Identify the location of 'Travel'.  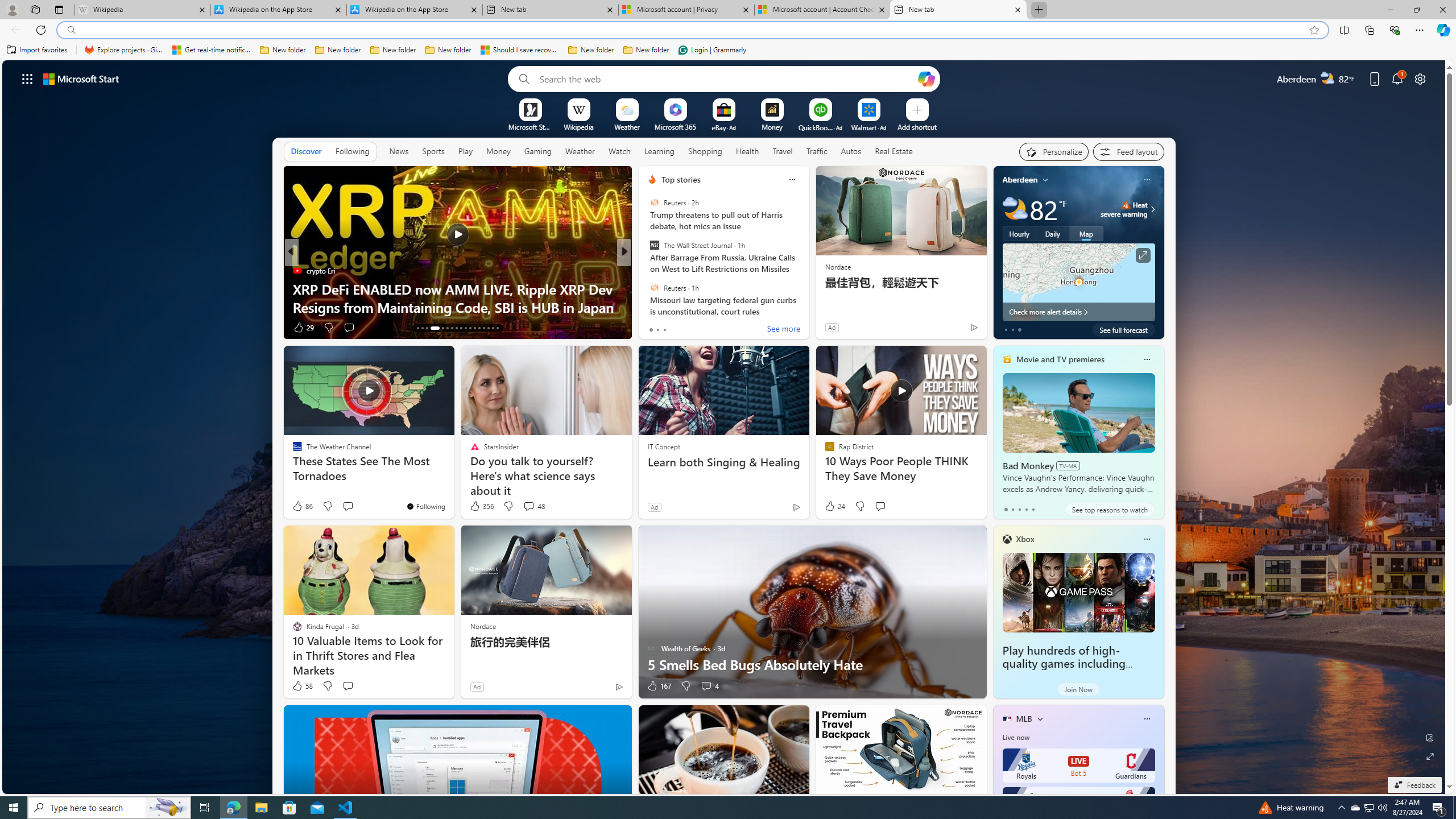
(782, 151).